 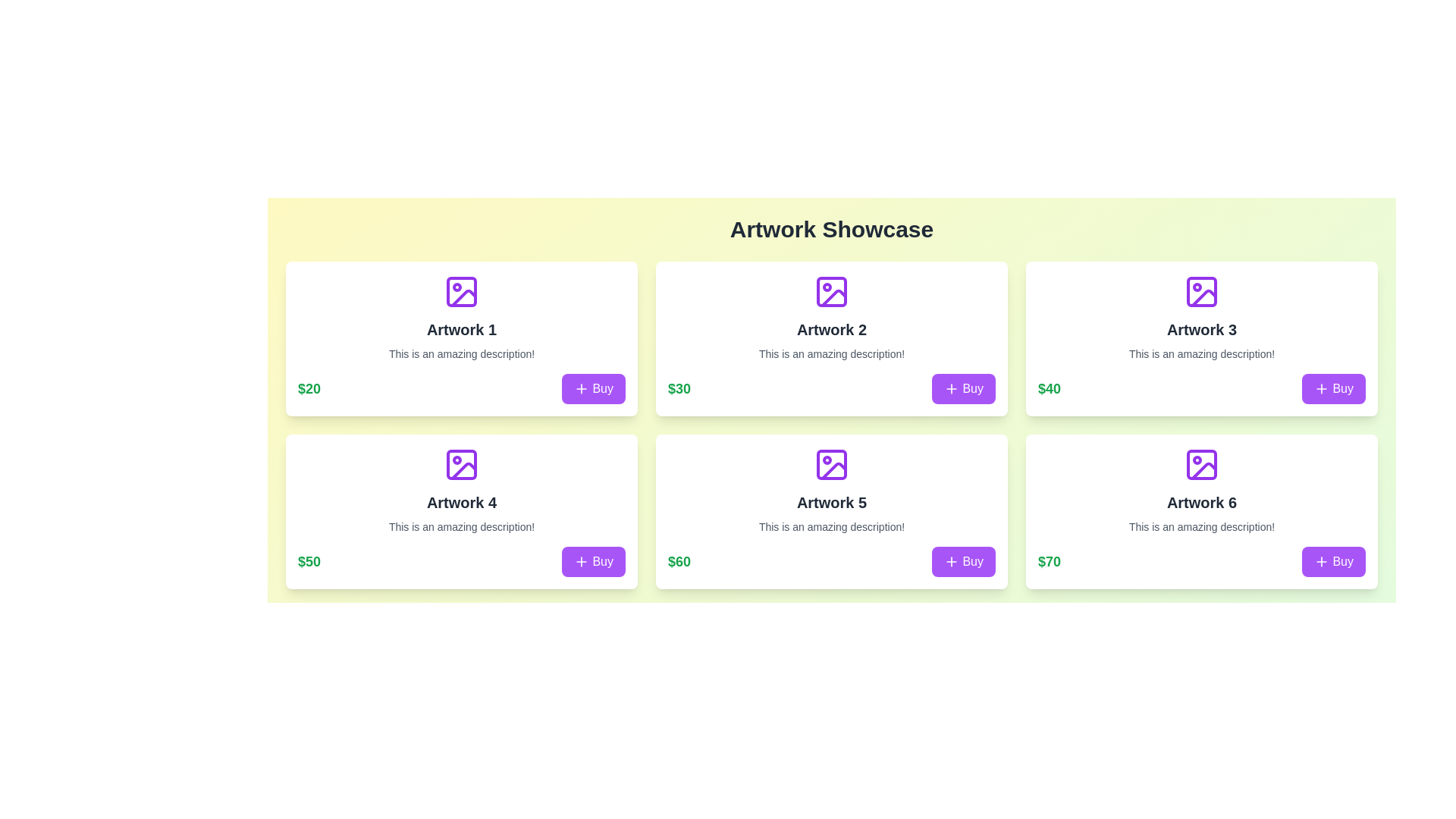 I want to click on the bold, large-sized header text reading 'Artwork Showcase' that is centered at the top of the page with a dark gray color on a light gradient background, so click(x=831, y=230).